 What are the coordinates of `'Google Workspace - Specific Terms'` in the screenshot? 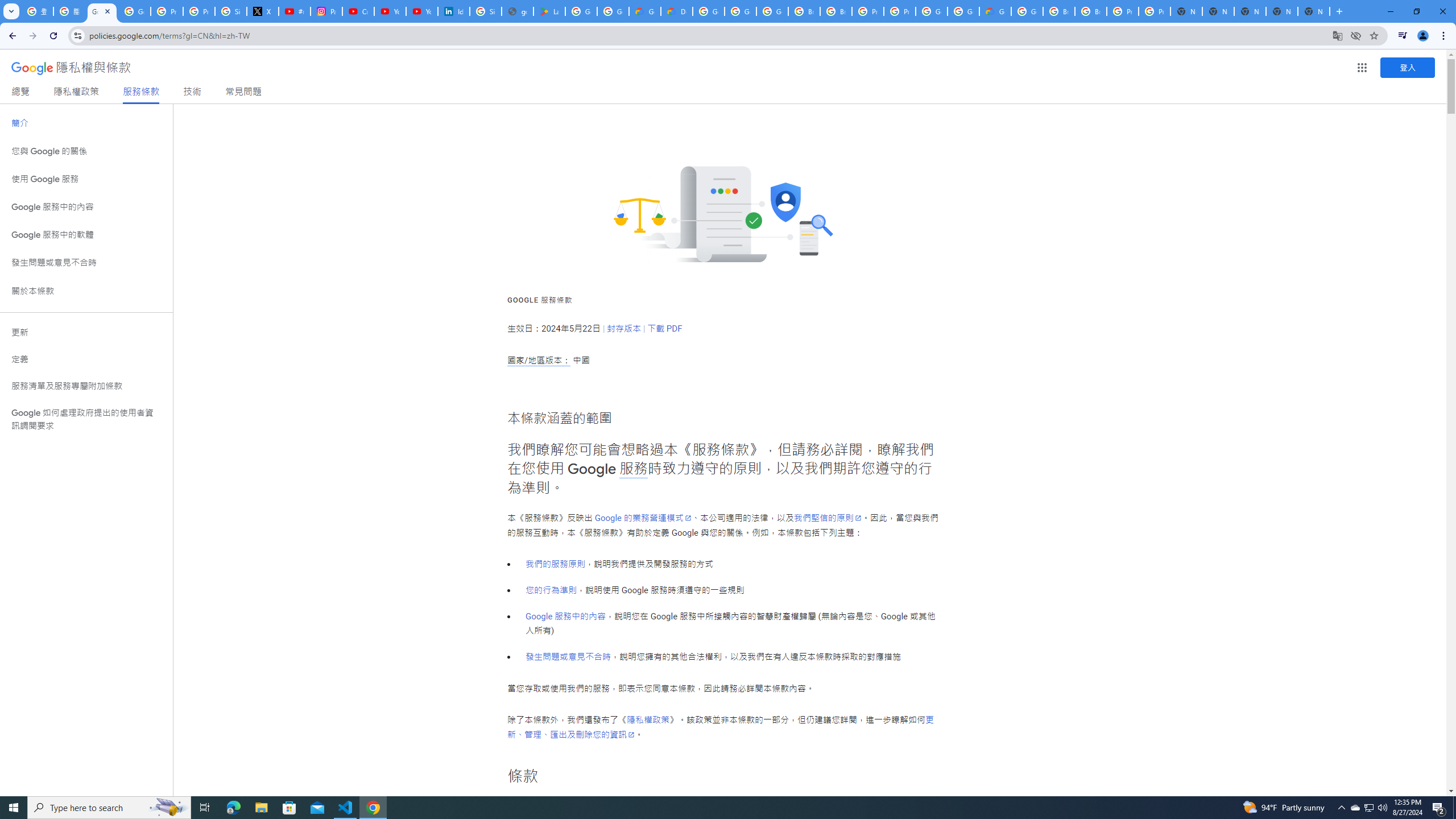 It's located at (614, 11).